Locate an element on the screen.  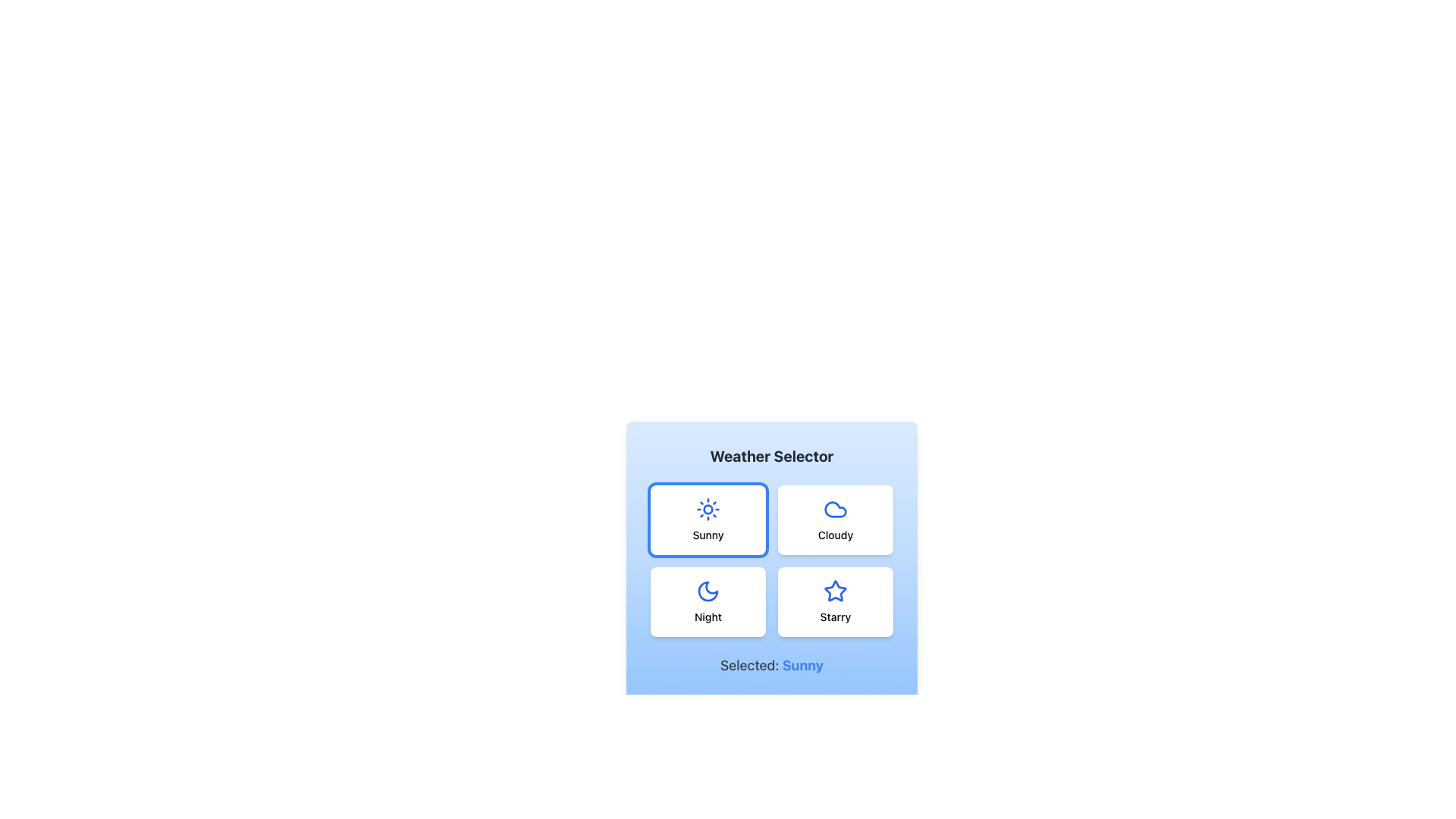
text label displaying the word 'Cloudy', which is styled in black and located below a cloud icon in the top-right corner of the weather options button grouping is located at coordinates (835, 534).